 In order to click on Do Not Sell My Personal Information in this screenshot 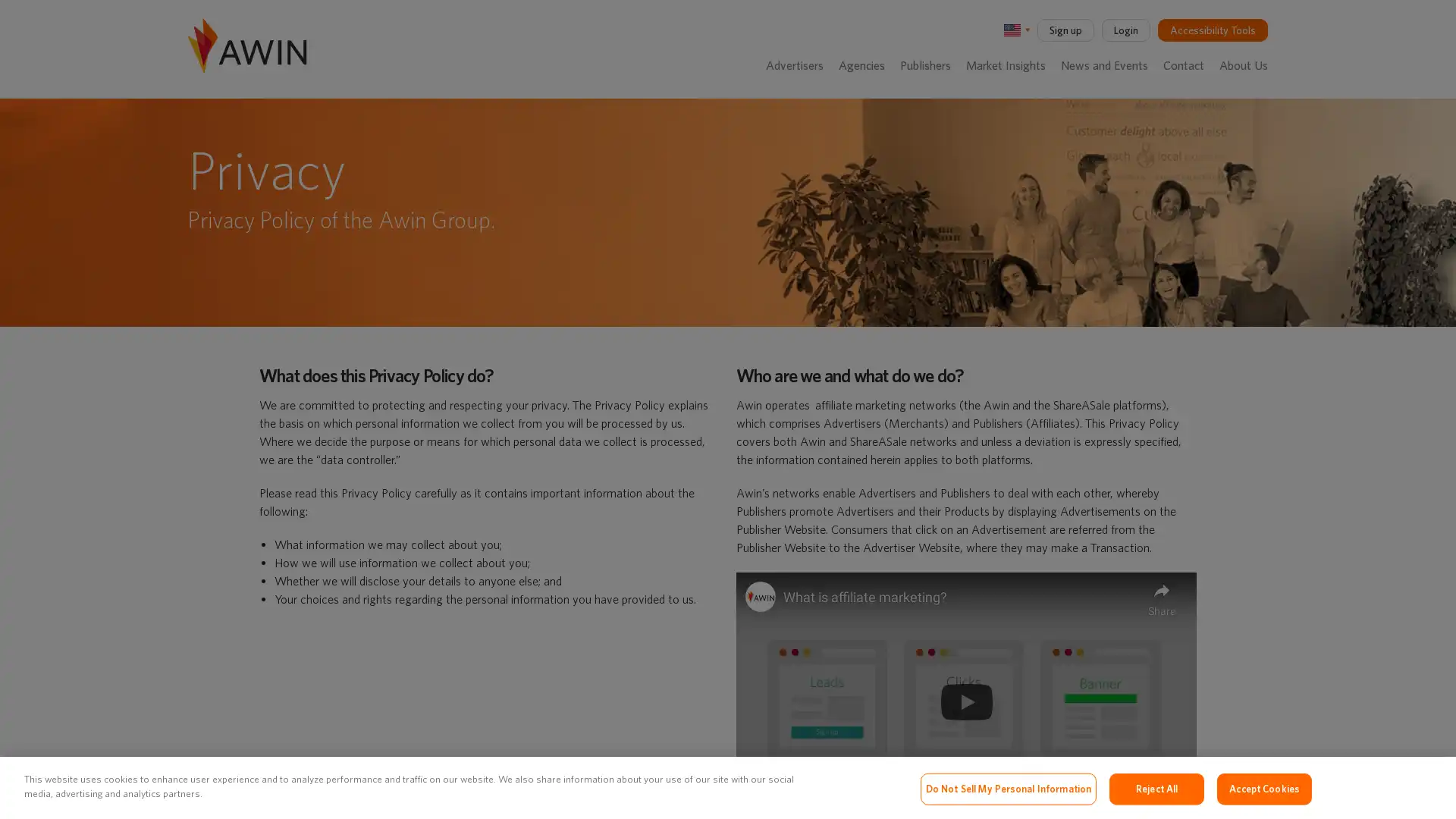, I will do `click(1008, 788)`.